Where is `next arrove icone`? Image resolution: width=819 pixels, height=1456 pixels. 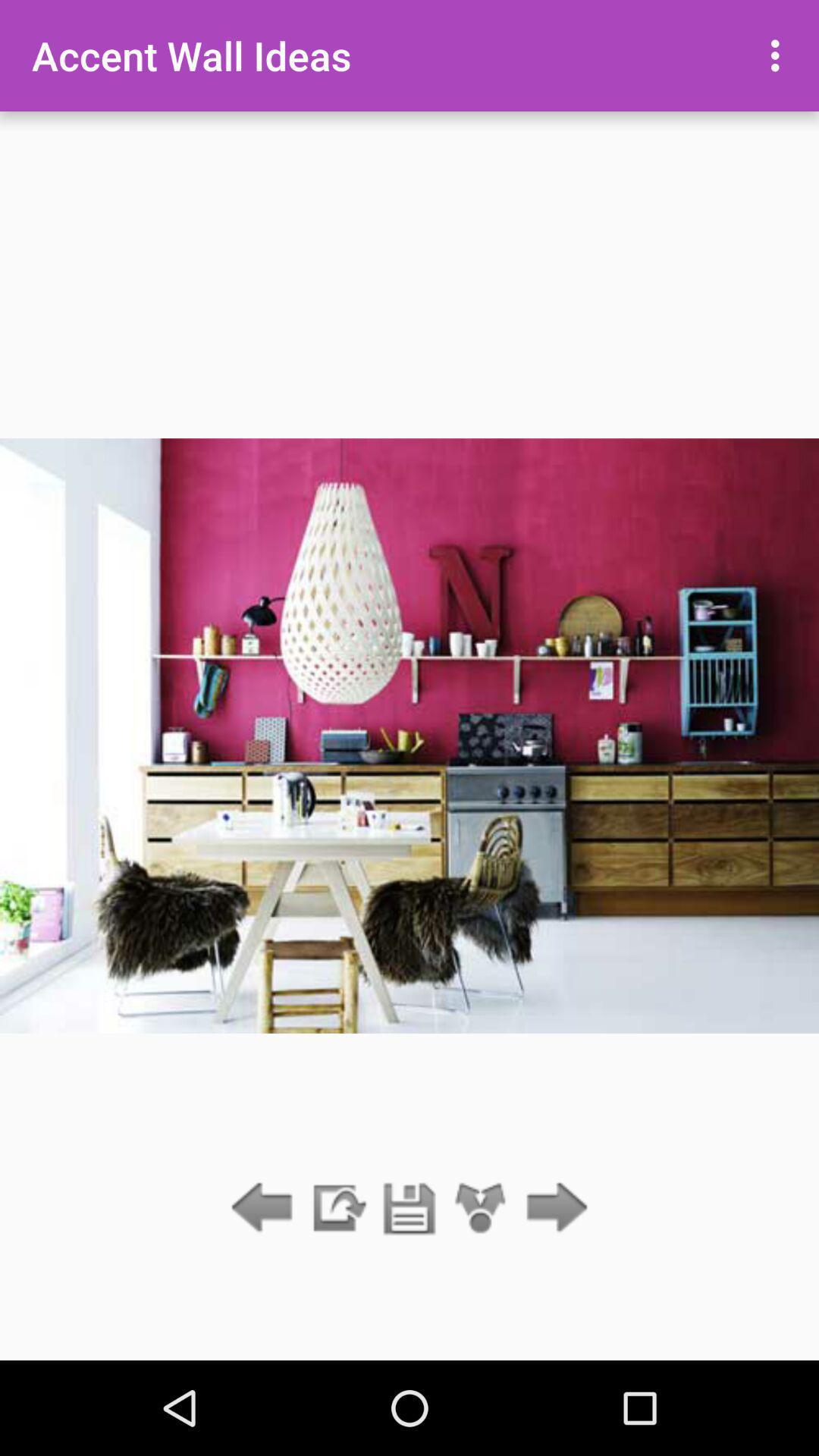 next arrove icone is located at coordinates (553, 1208).